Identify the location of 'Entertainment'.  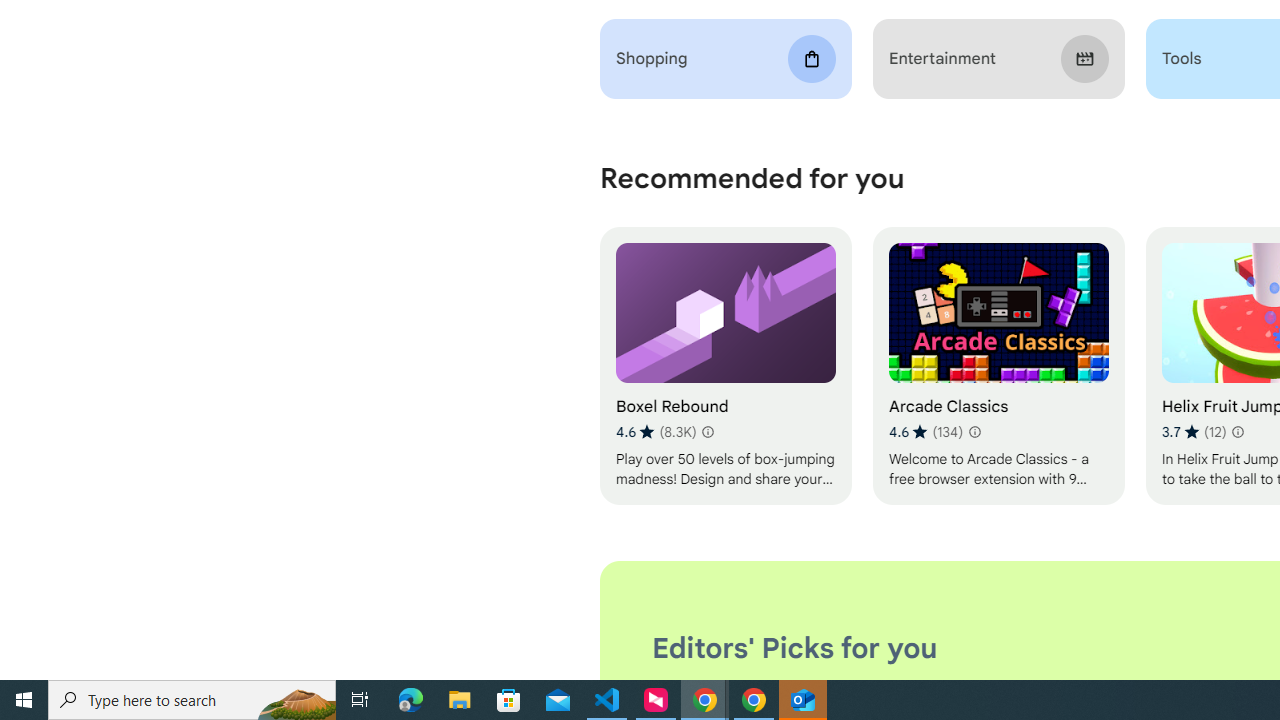
(998, 58).